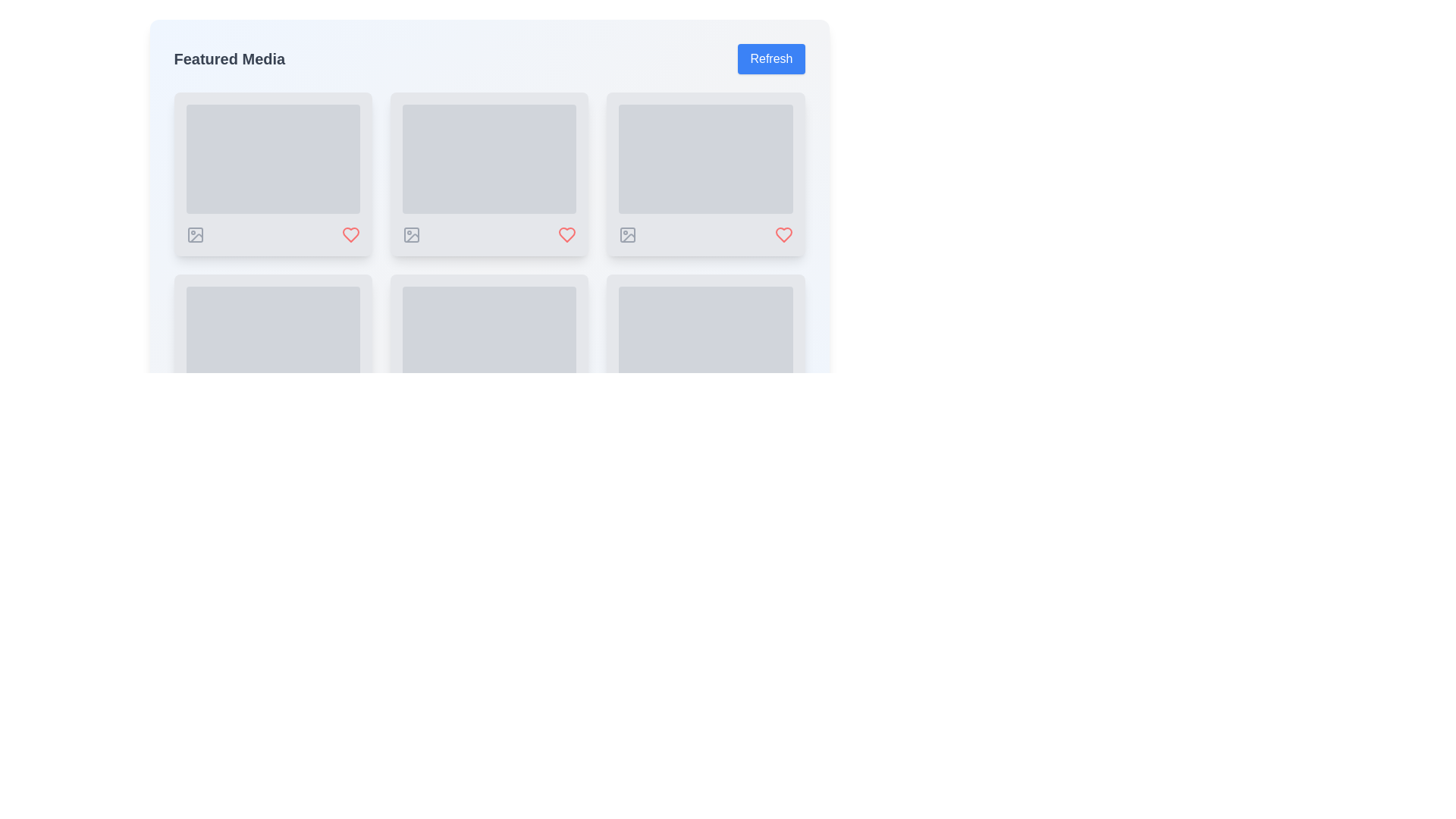 The height and width of the screenshot is (819, 1456). I want to click on the rectangular card with rounded corners and a light gray background located in the lower middle row of the grid layout in the 'Featured Media' section, specifically in the second column, so click(489, 356).